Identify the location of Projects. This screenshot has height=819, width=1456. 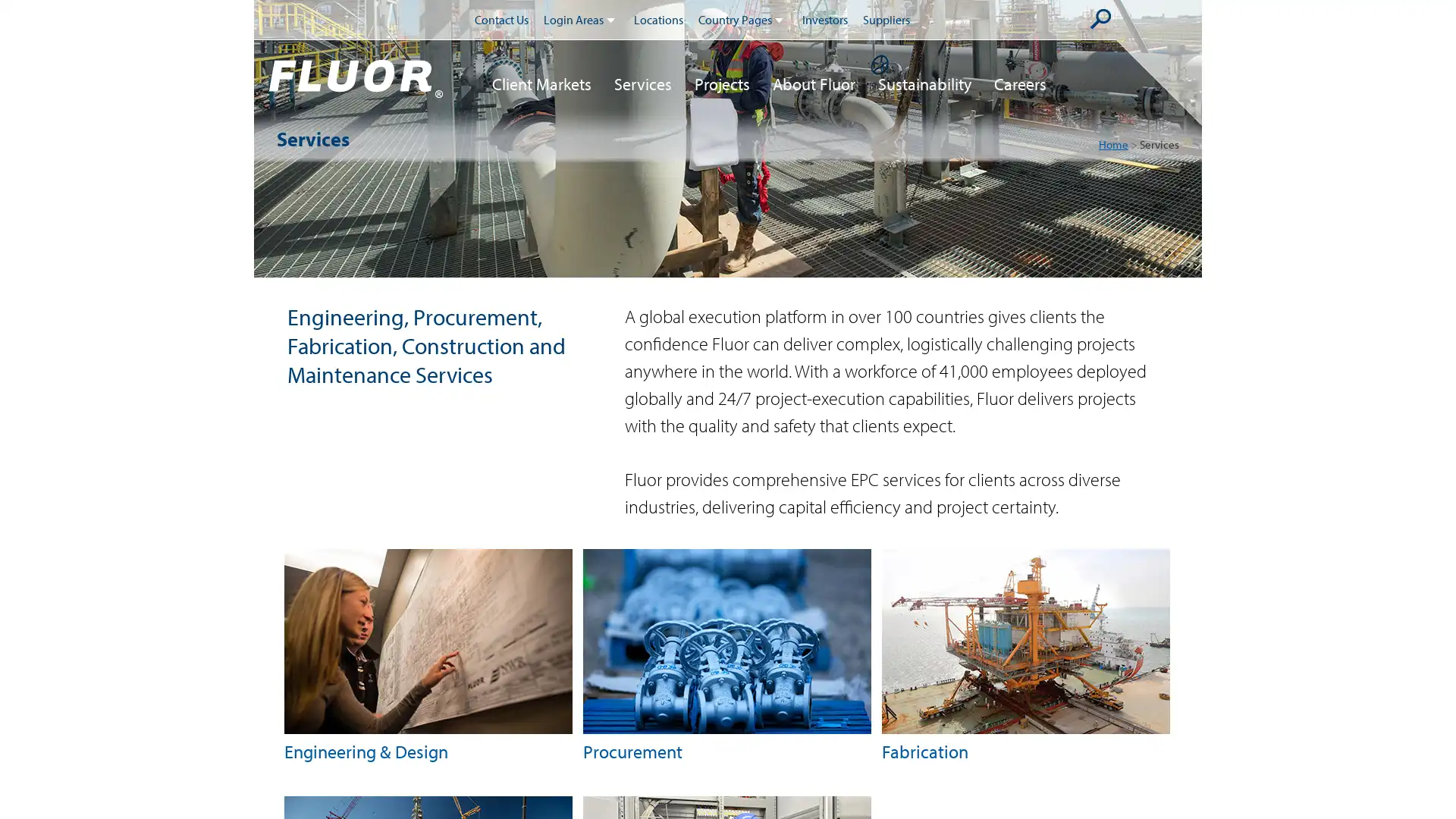
(721, 74).